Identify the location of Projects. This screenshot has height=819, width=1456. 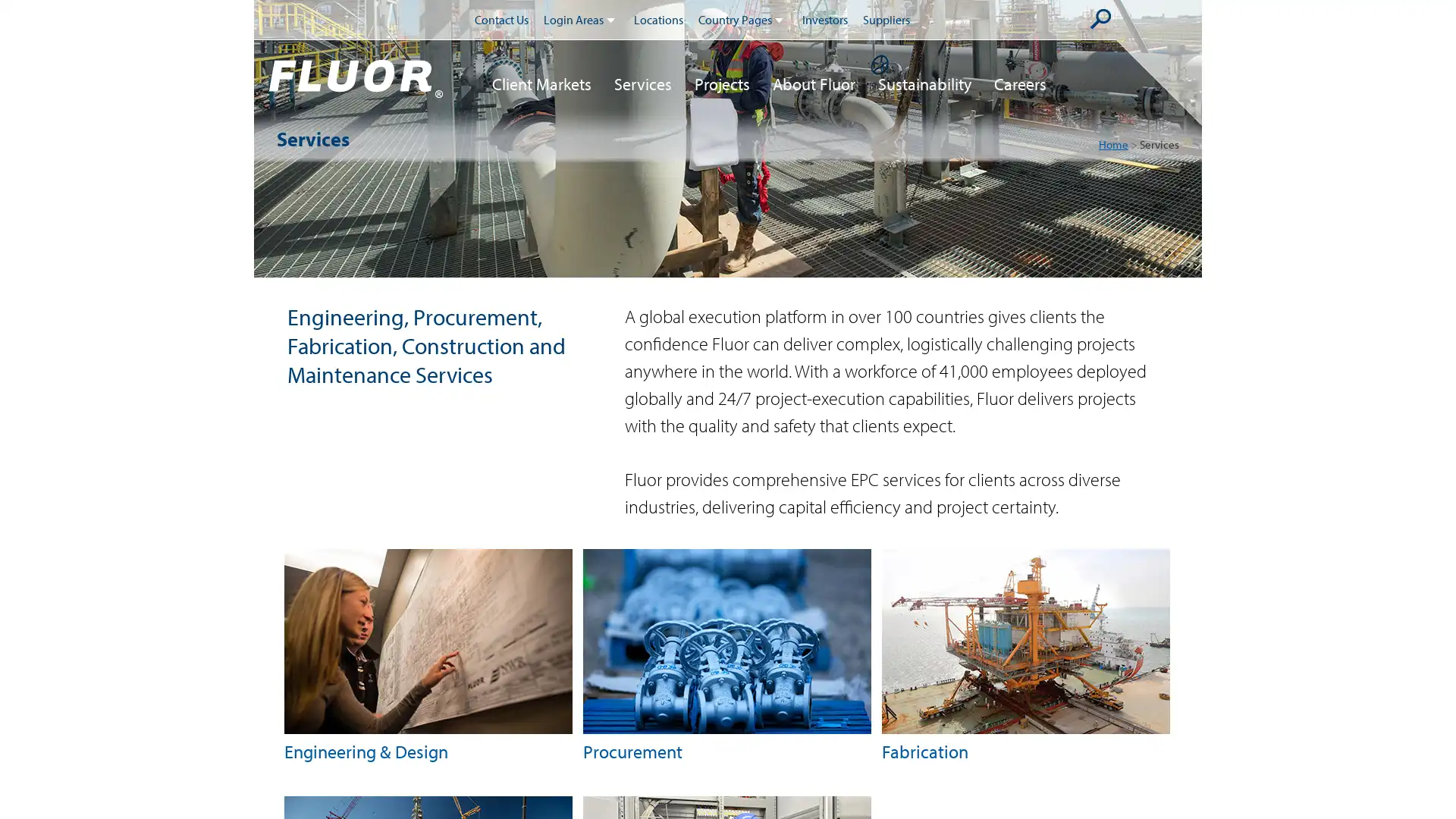
(721, 74).